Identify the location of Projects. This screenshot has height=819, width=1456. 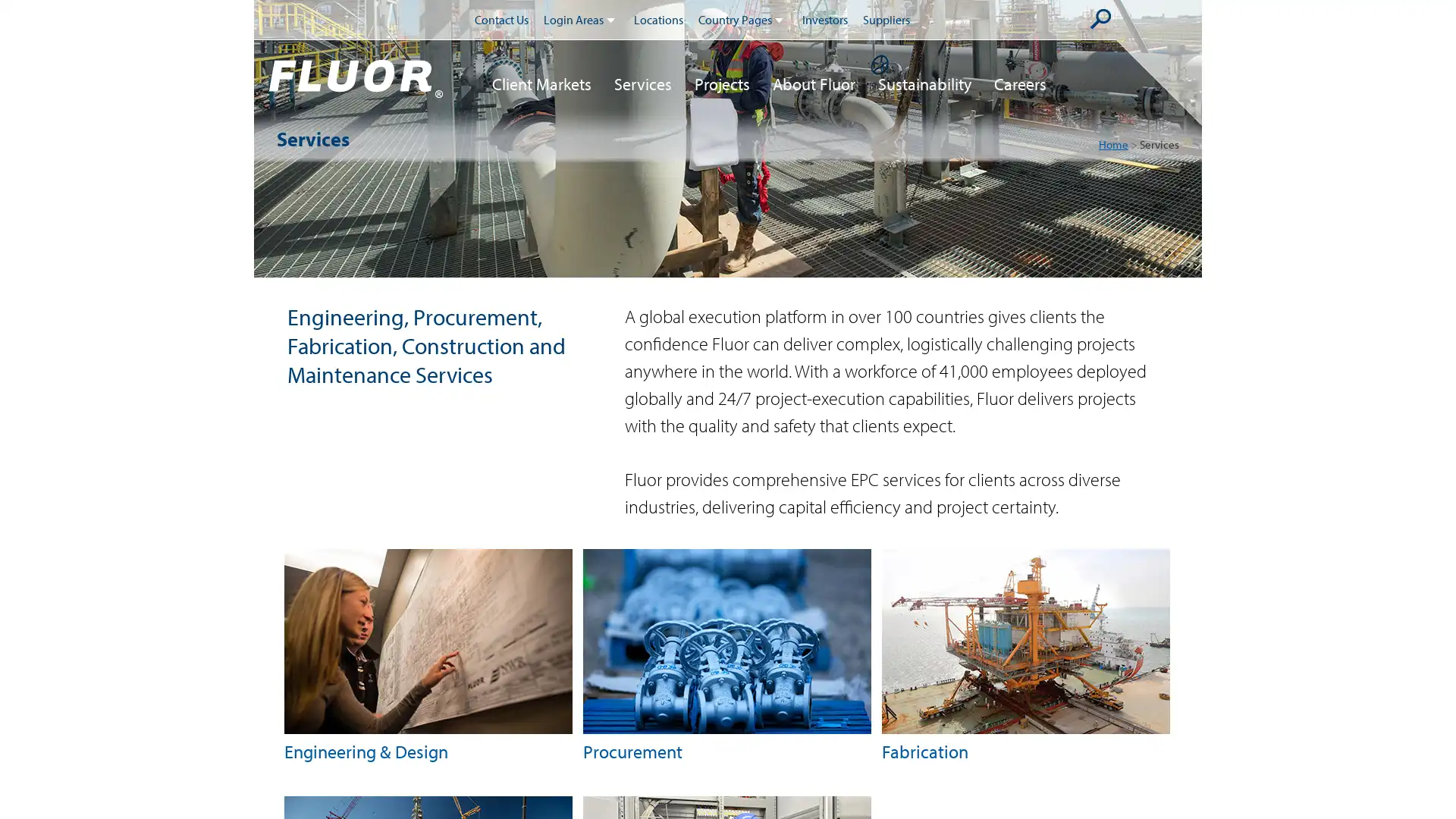
(721, 74).